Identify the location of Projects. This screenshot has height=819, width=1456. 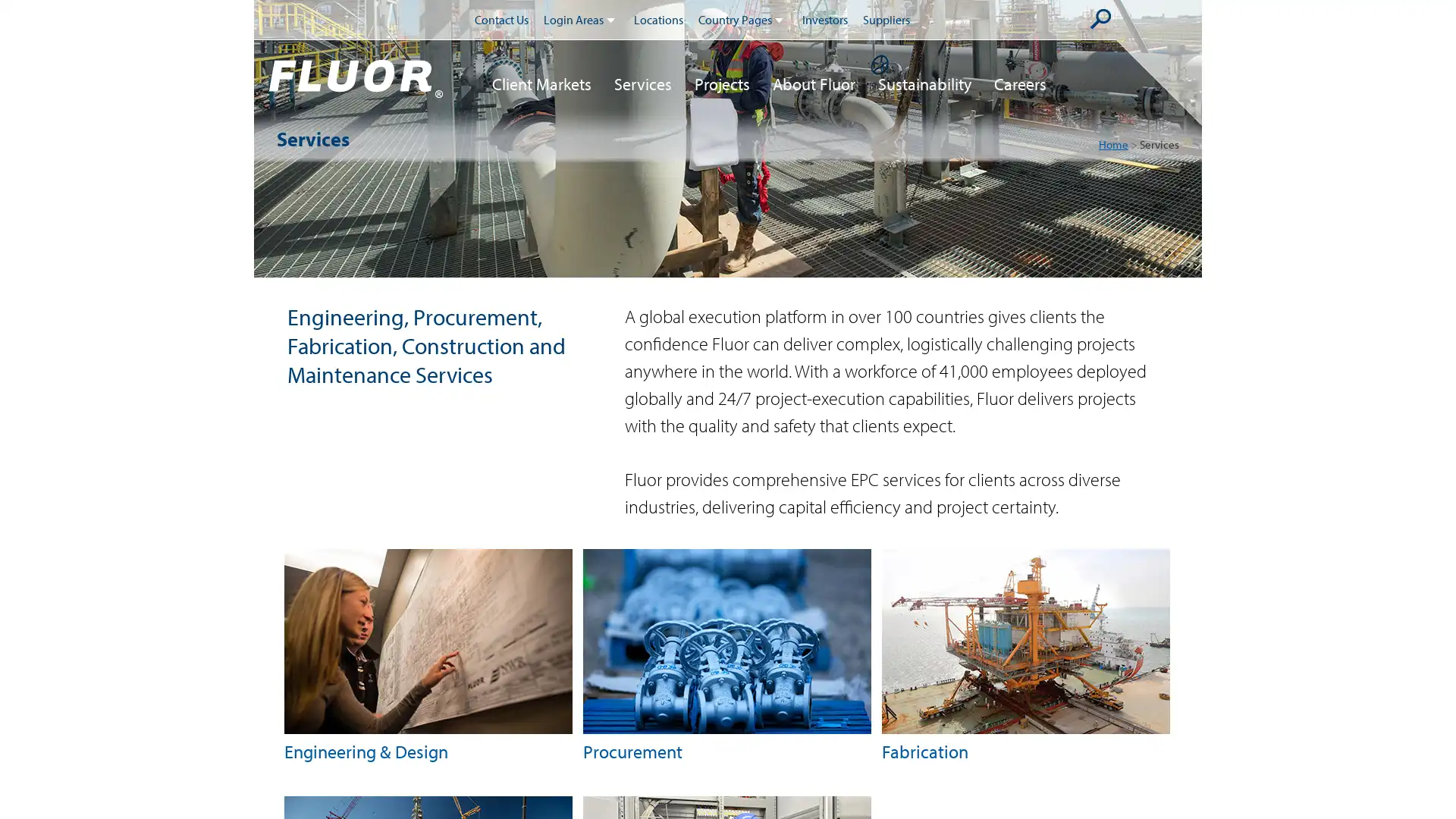
(721, 74).